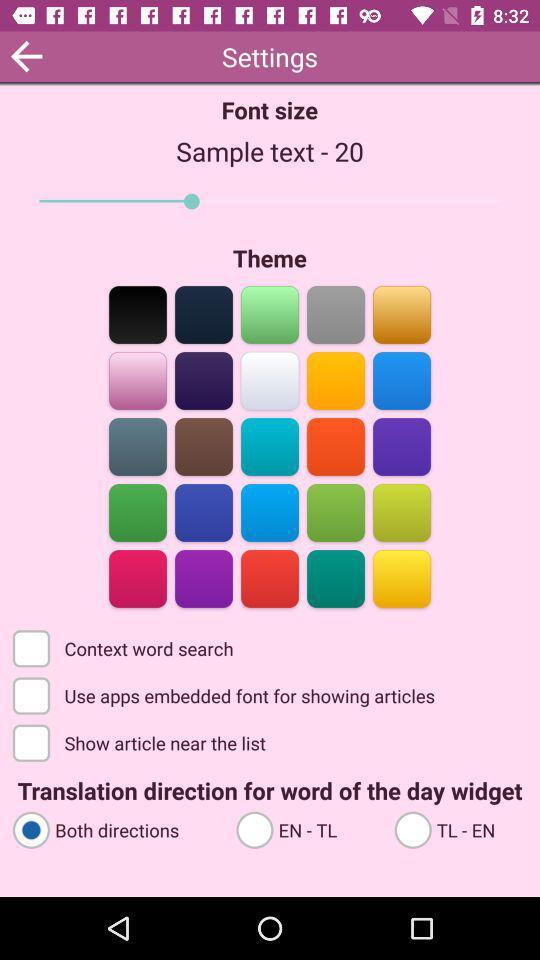  I want to click on set it green, so click(137, 510).